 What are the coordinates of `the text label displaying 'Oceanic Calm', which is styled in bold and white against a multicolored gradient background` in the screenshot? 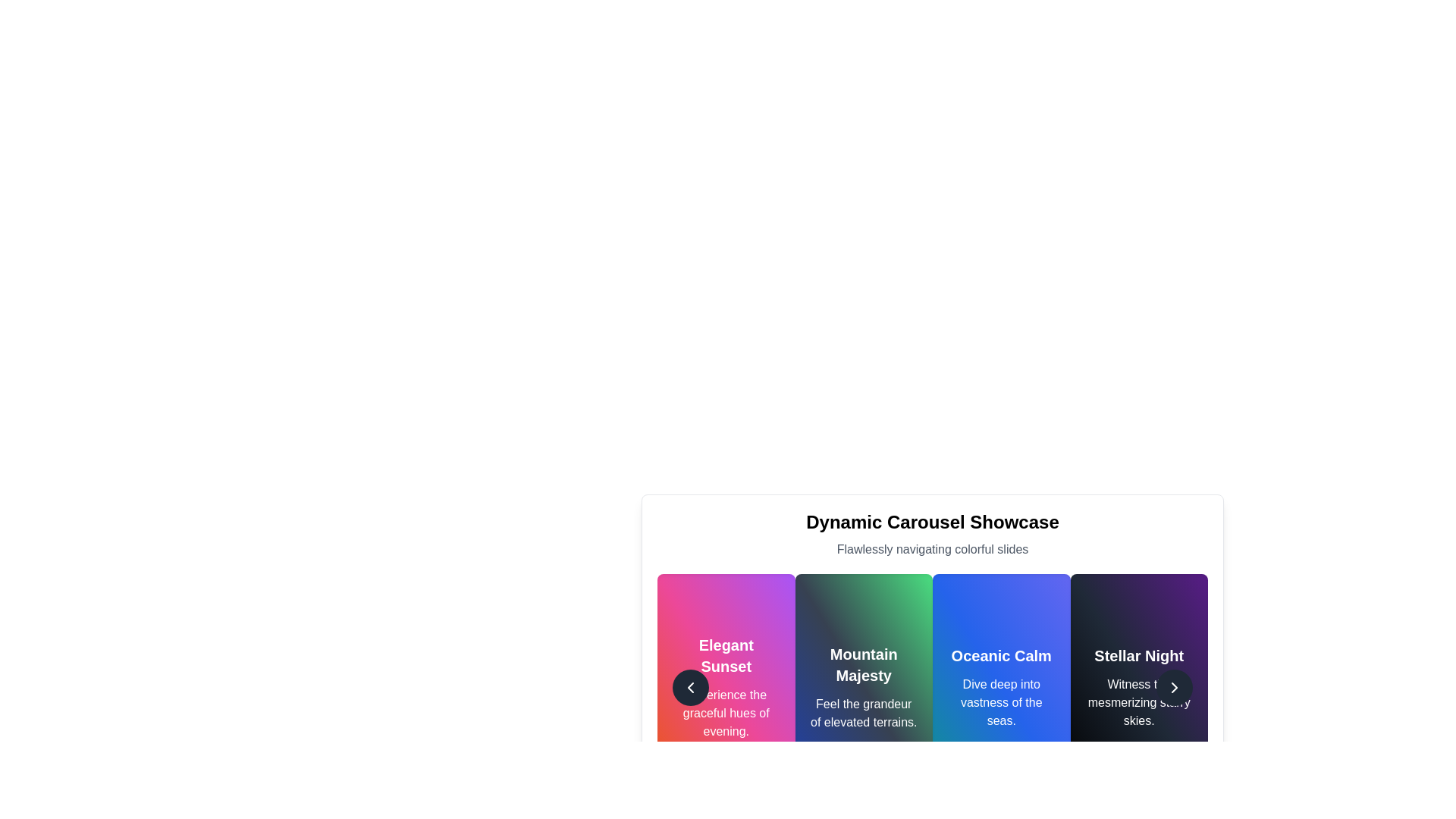 It's located at (1001, 654).